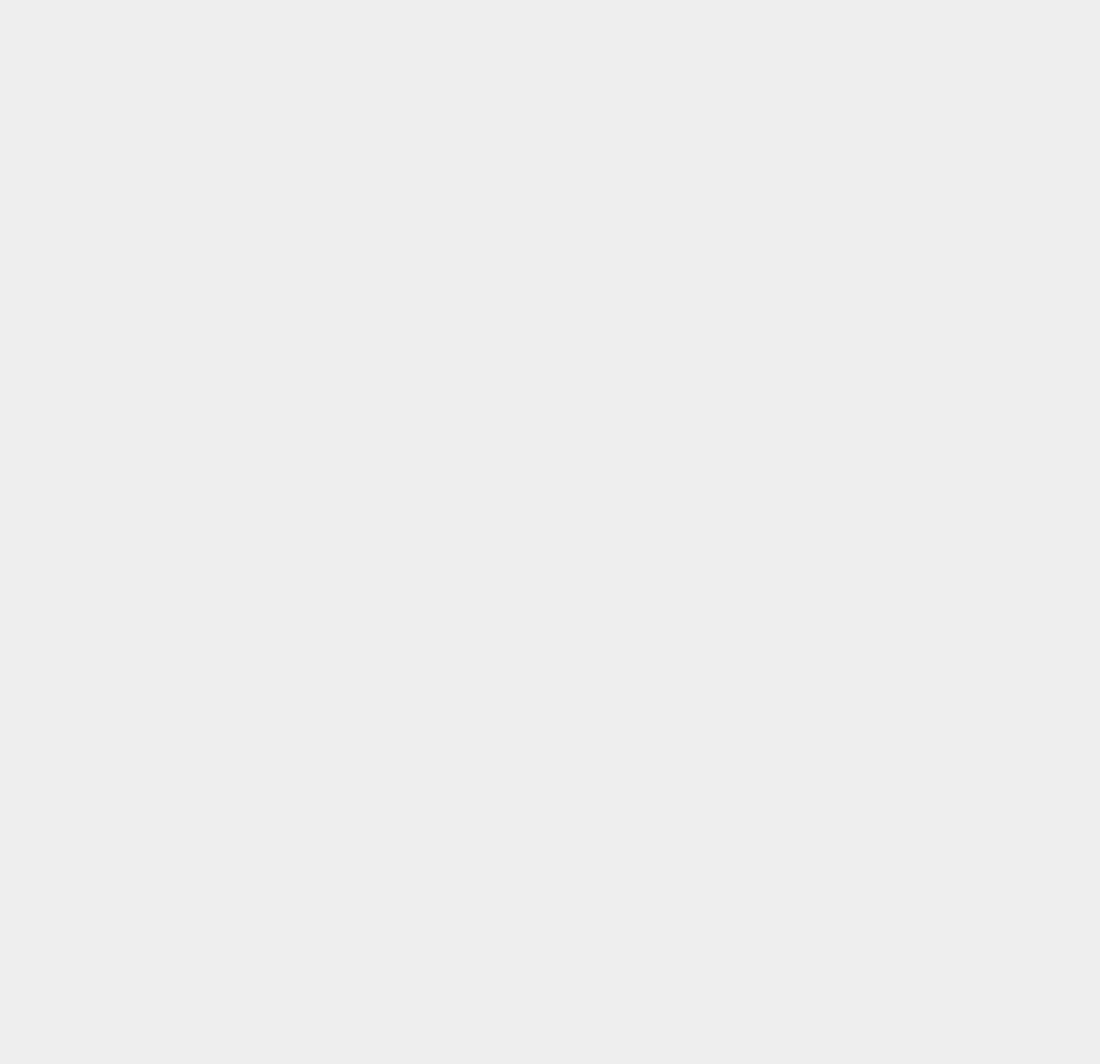 The height and width of the screenshot is (1064, 1100). I want to click on 'WWDC', so click(778, 429).